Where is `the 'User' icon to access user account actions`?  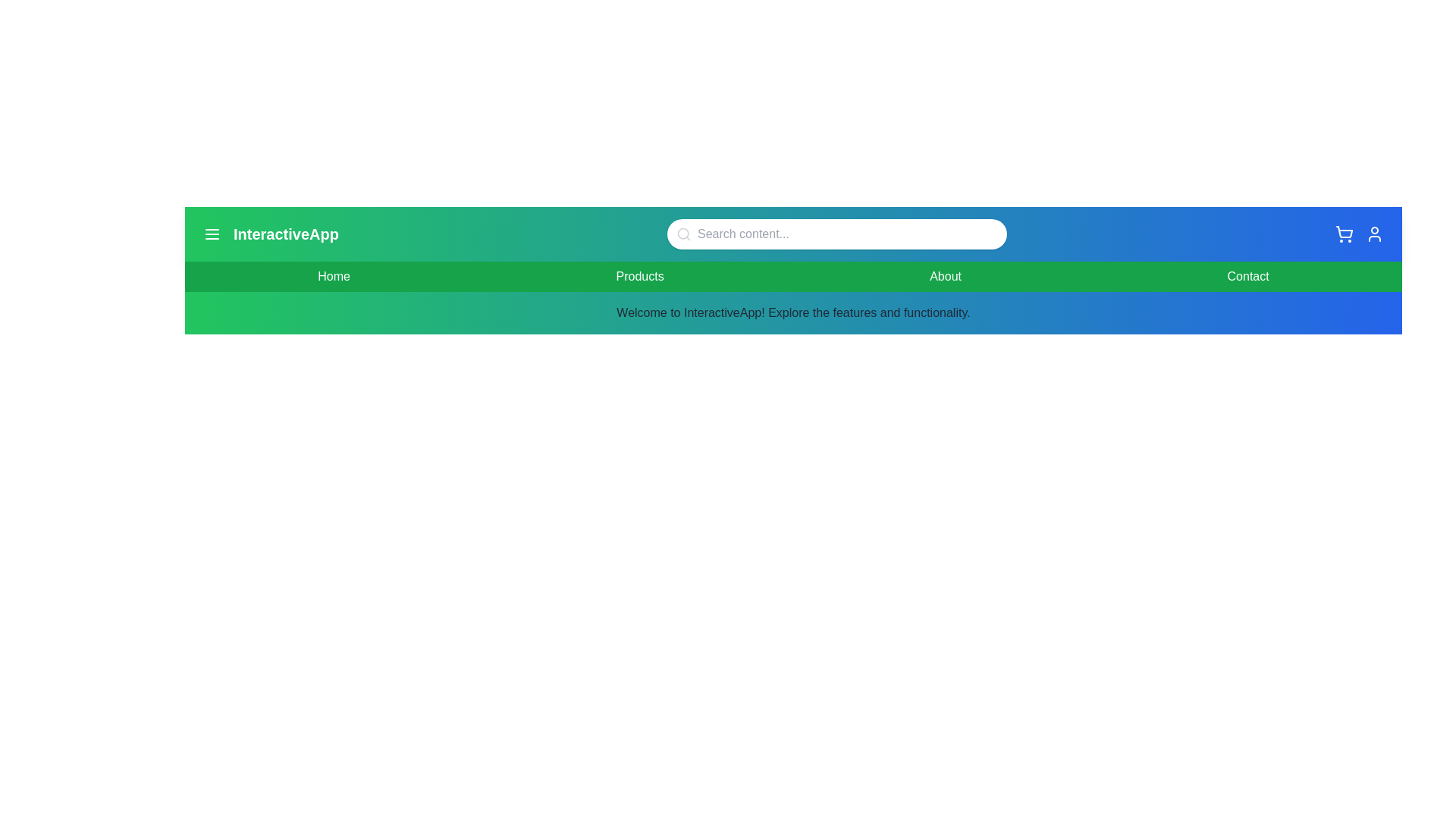
the 'User' icon to access user account actions is located at coordinates (1375, 234).